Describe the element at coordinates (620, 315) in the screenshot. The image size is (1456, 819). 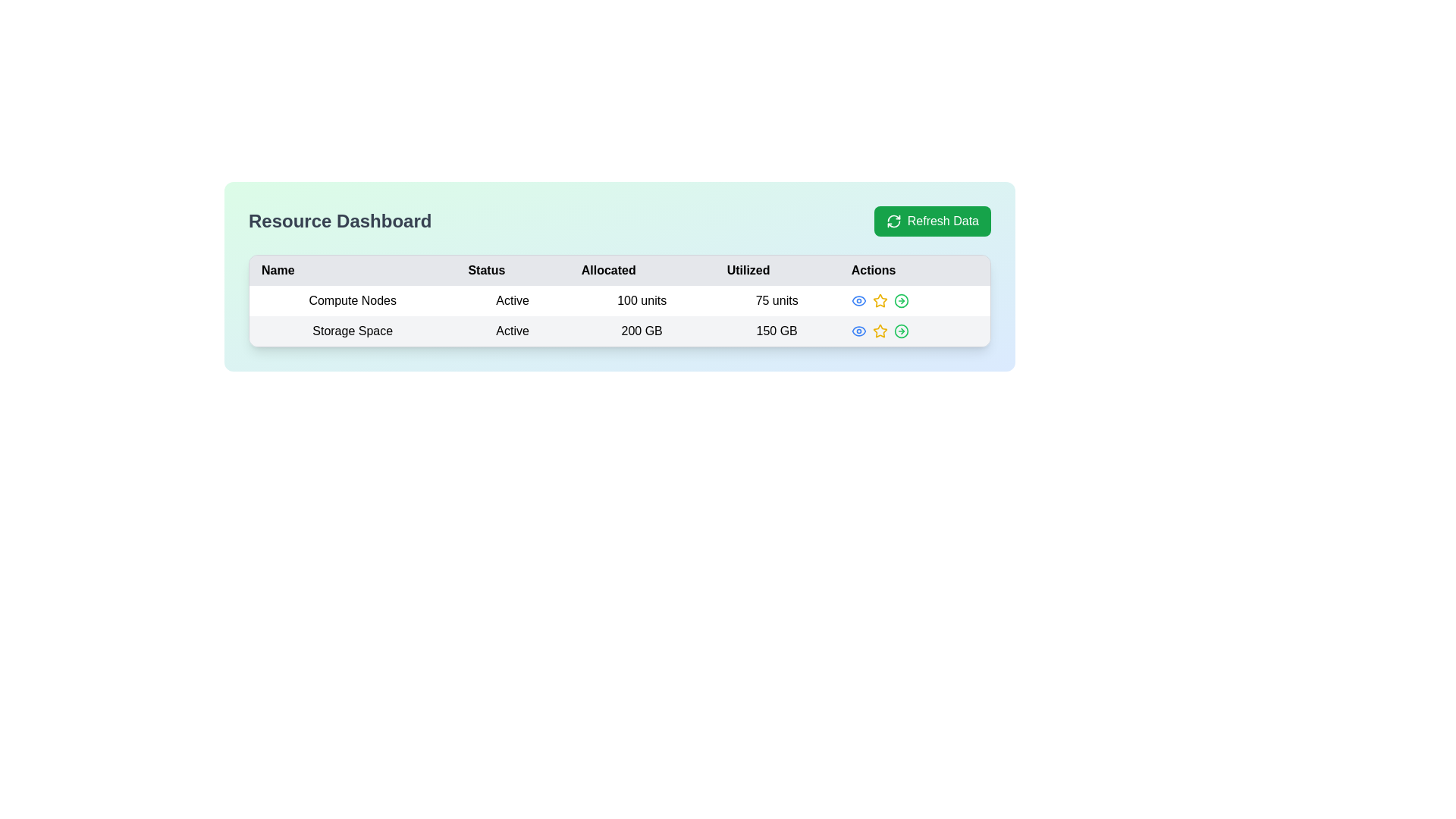
I see `details displayed in the first row of the table labeled 'Compute Nodes', which shows its status and resource allocation` at that location.